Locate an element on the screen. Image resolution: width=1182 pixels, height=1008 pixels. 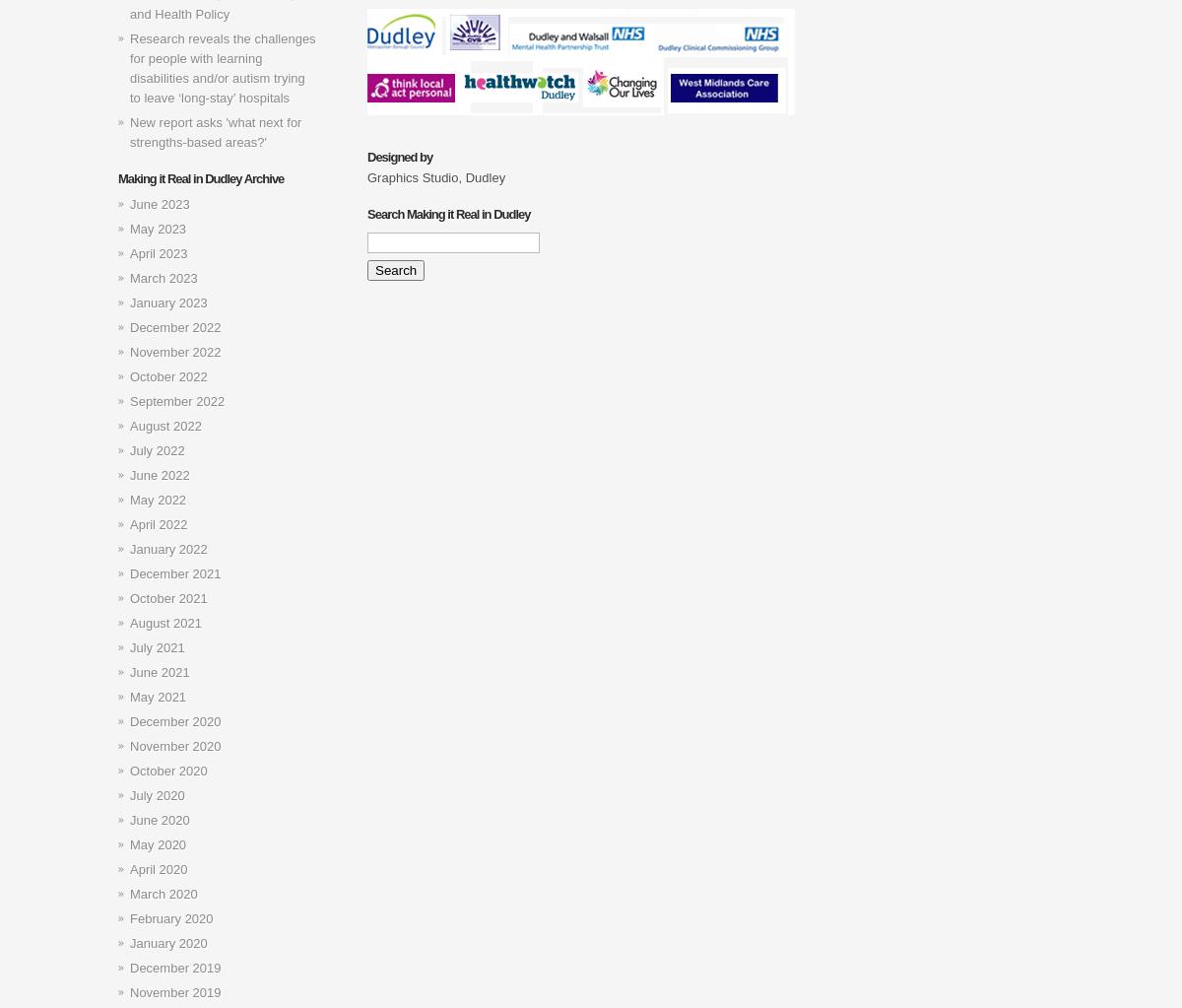
'September 2022' is located at coordinates (176, 401).